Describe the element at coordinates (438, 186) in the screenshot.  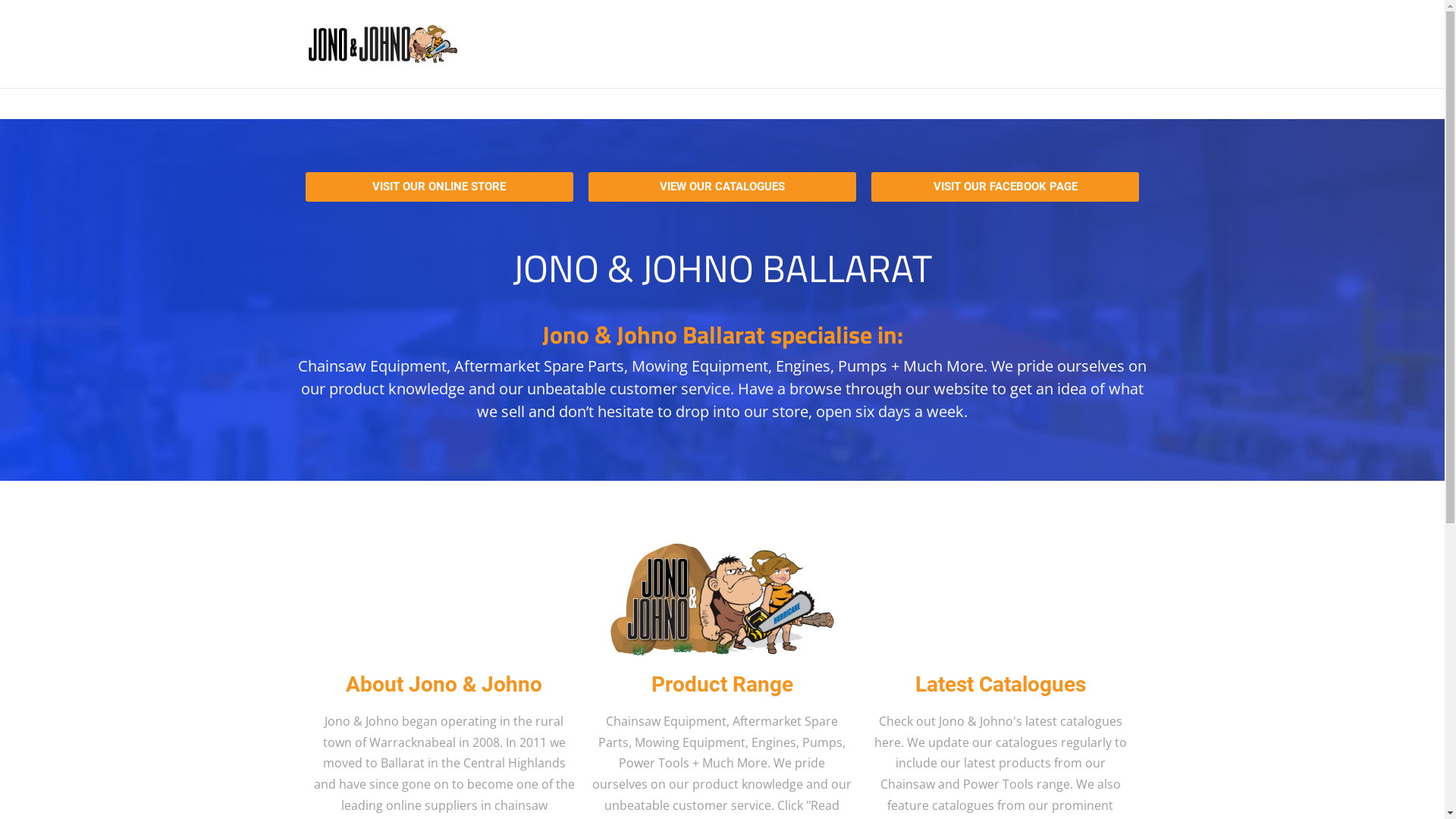
I see `'VISIT OUR ONLINE STORE'` at that location.